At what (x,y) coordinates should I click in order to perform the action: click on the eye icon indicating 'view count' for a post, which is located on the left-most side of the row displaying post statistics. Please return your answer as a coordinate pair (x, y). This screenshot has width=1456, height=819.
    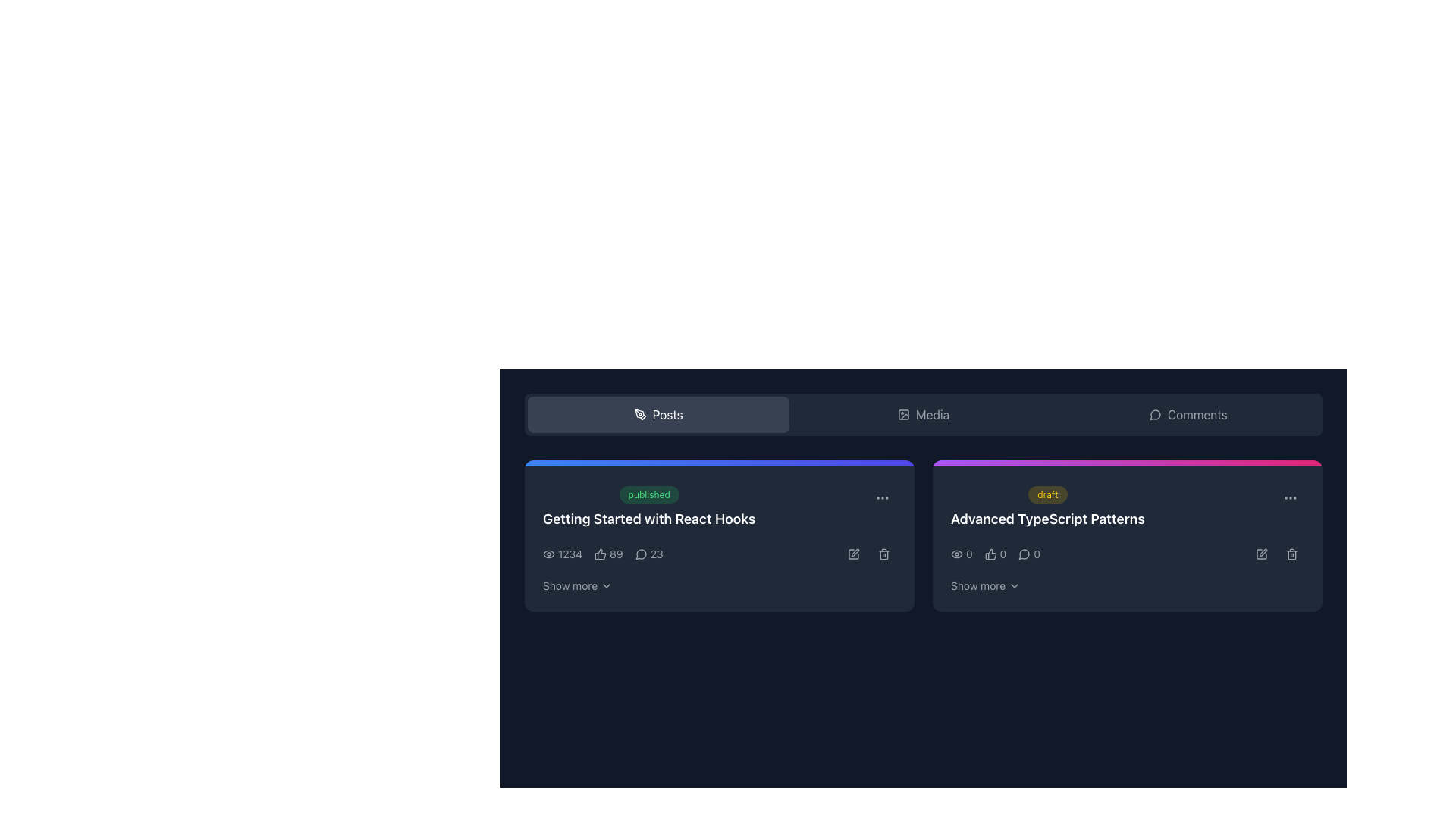
    Looking at the image, I should click on (548, 554).